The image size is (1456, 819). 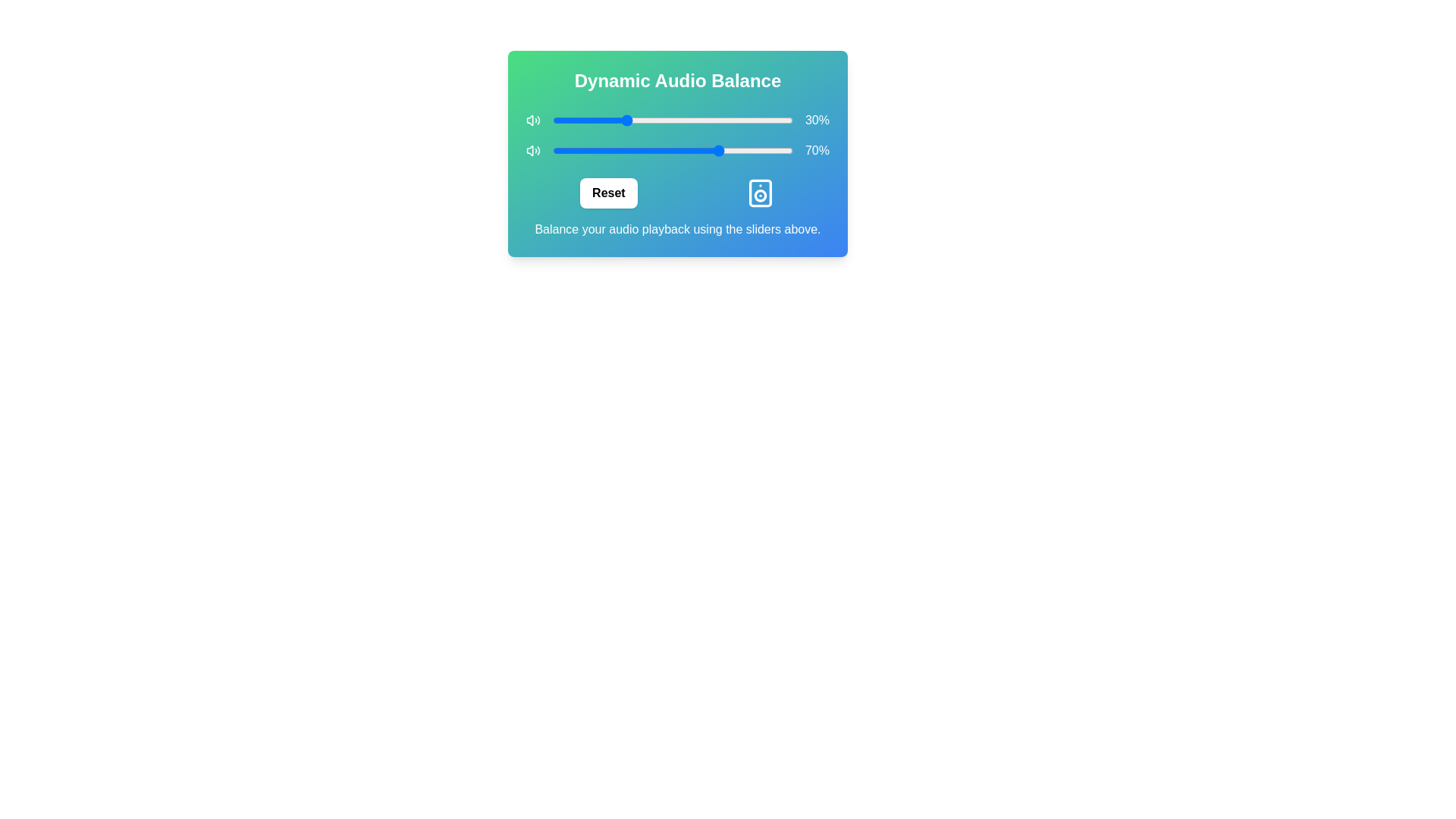 What do you see at coordinates (760, 192) in the screenshot?
I see `the audio functionality icon located to the right of the 'Reset' button within the blue gradient section under the sliders for interaction` at bounding box center [760, 192].